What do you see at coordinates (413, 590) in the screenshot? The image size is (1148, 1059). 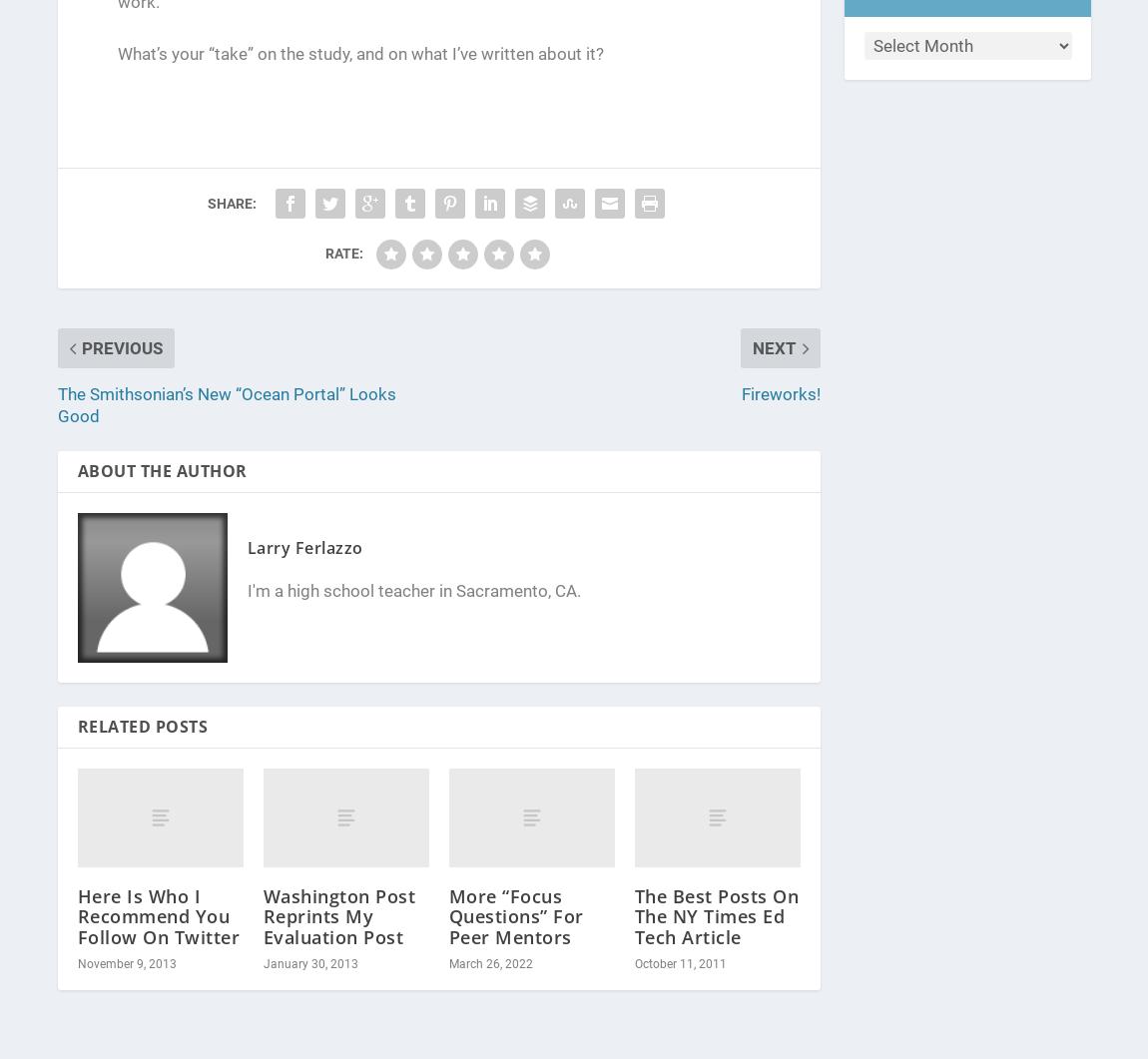 I see `'I'm a high school teacher in Sacramento, CA.'` at bounding box center [413, 590].